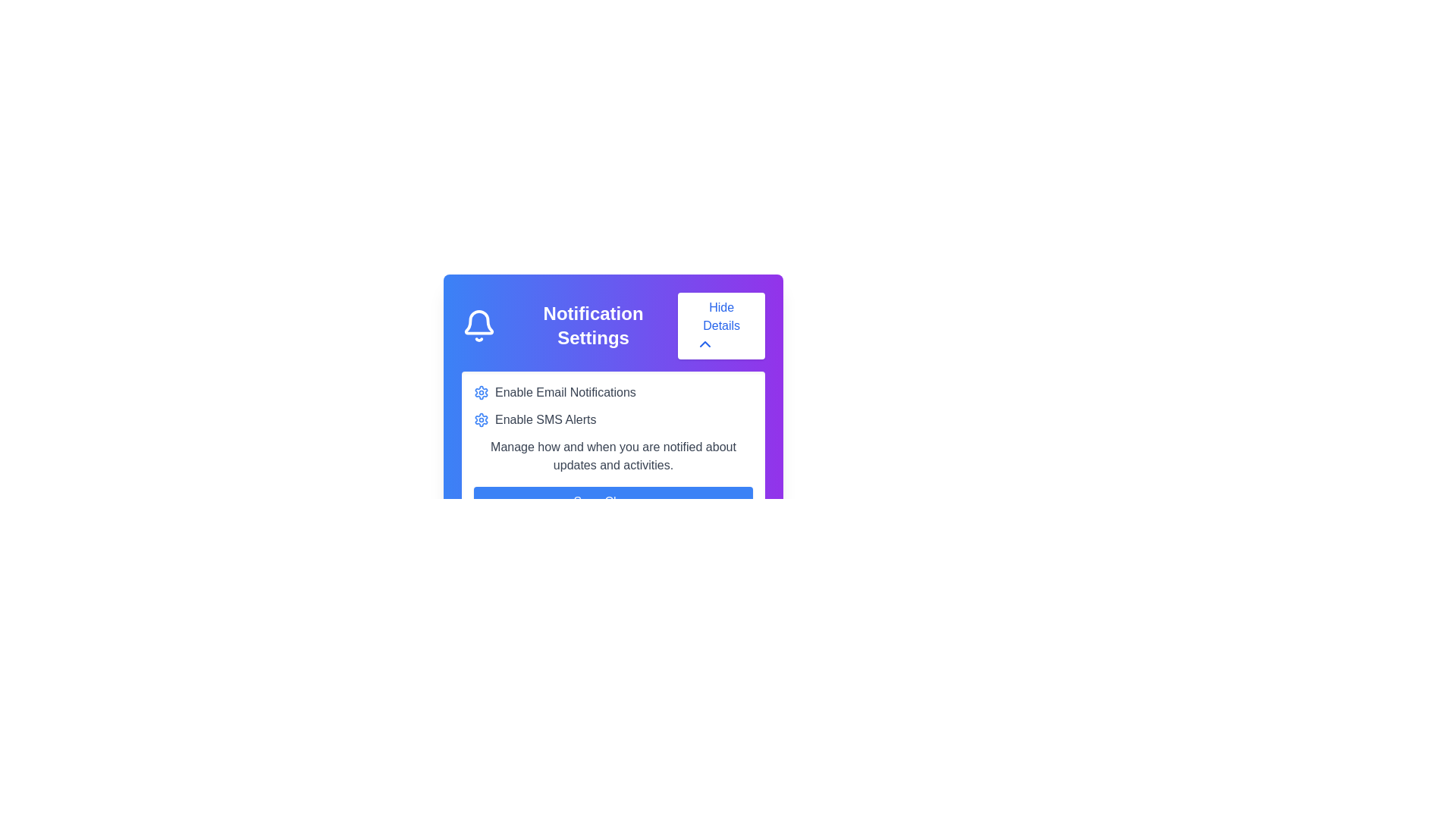 This screenshot has height=819, width=1456. I want to click on the settings icon located at the beginning of the row containing the text 'Enable SMS Alerts', so click(480, 420).